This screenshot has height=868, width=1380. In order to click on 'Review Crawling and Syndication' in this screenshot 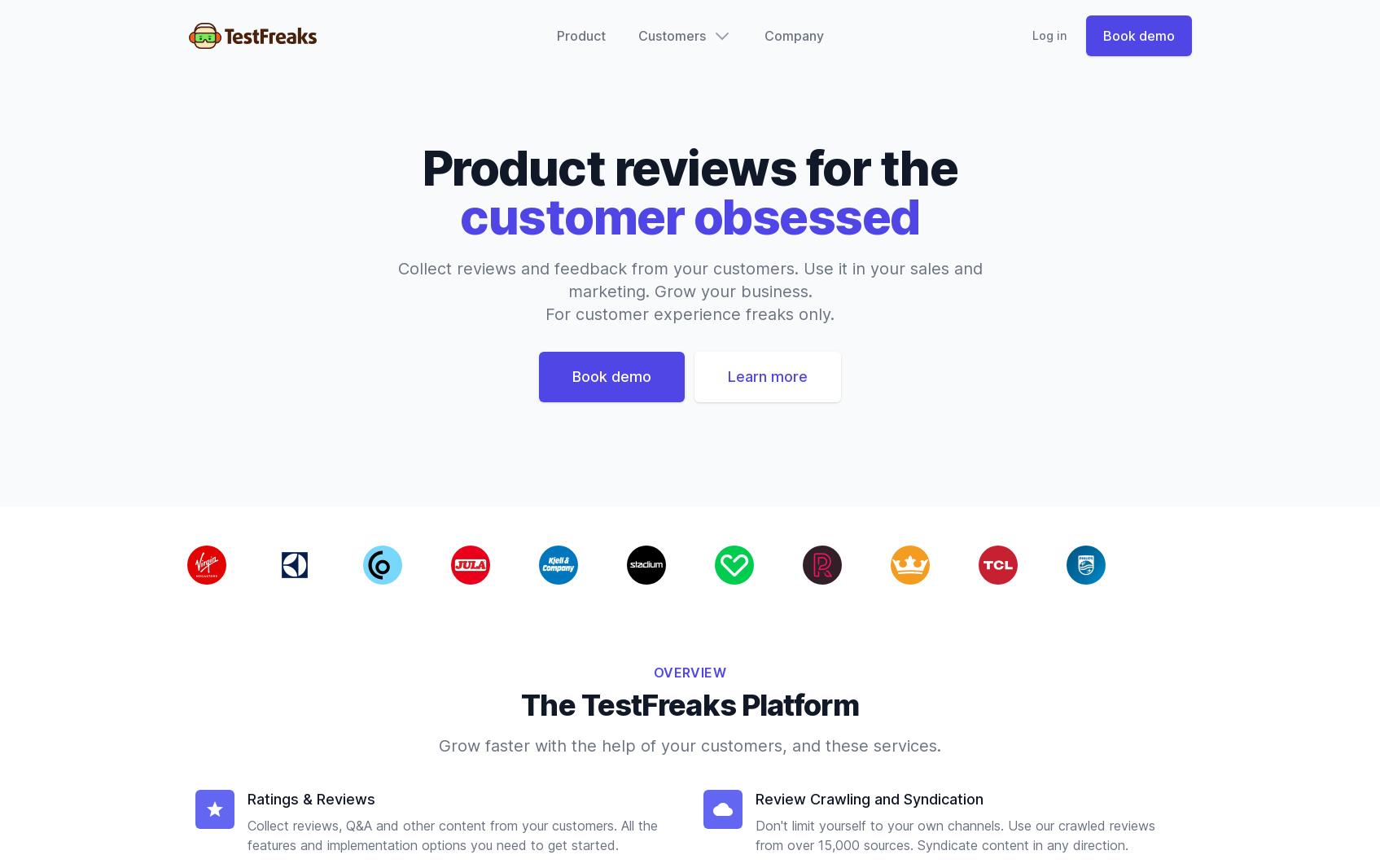, I will do `click(869, 799)`.